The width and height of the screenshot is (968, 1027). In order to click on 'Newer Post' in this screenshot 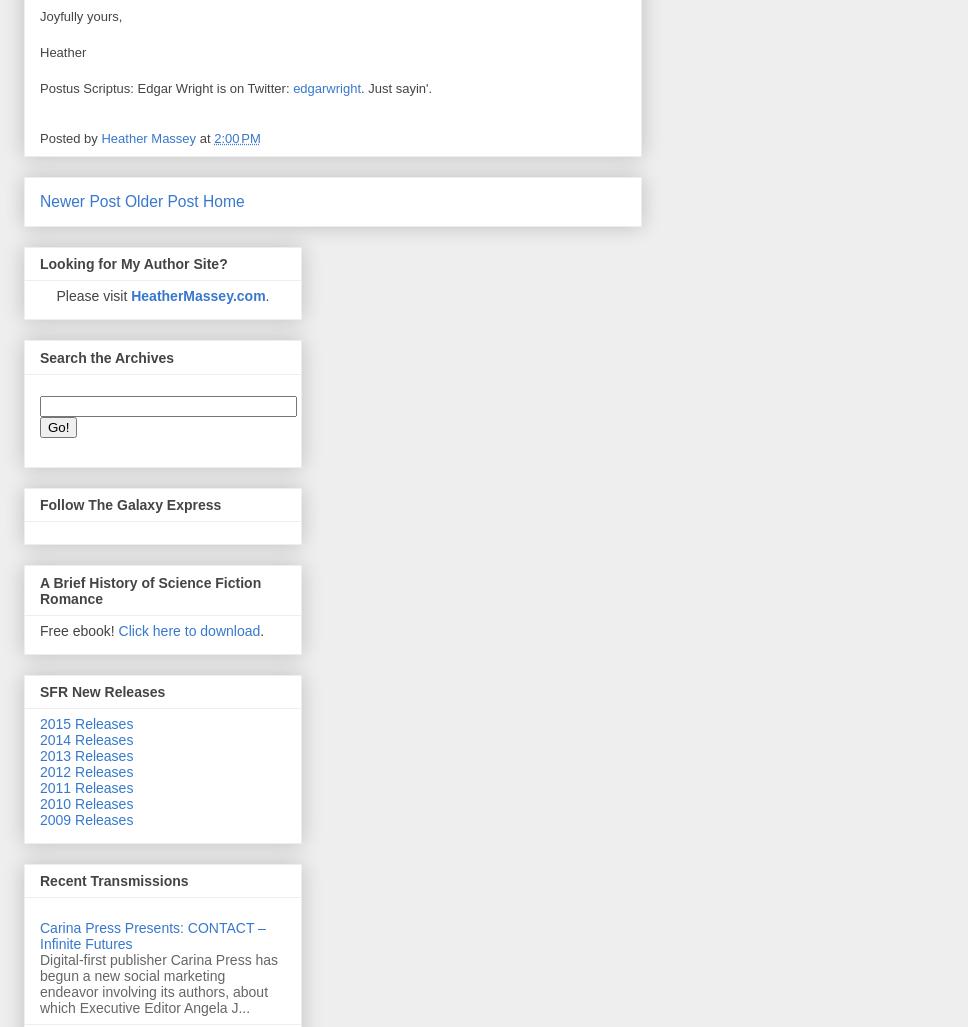, I will do `click(78, 199)`.